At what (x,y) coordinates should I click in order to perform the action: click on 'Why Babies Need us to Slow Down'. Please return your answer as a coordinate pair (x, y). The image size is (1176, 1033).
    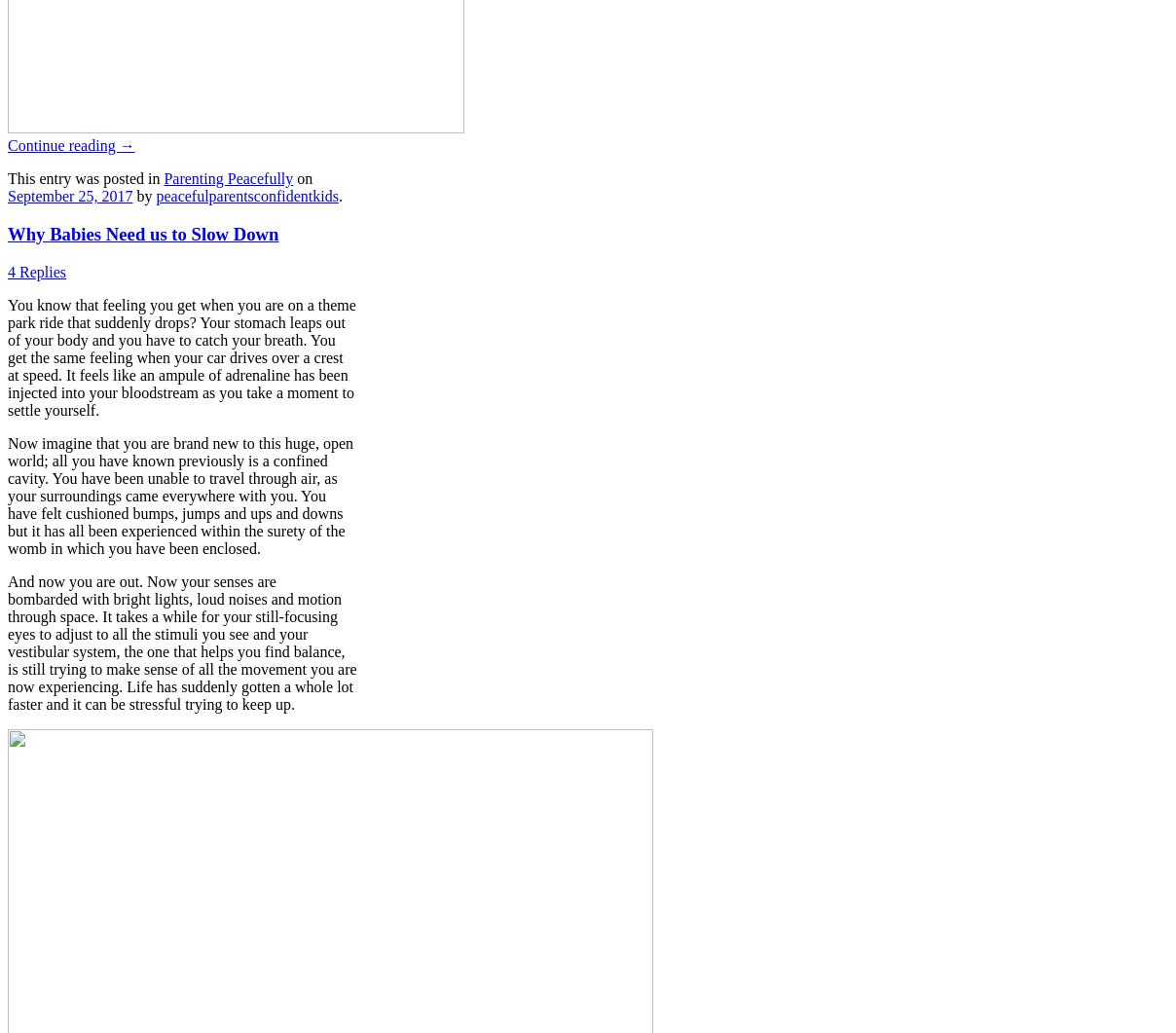
    Looking at the image, I should click on (142, 233).